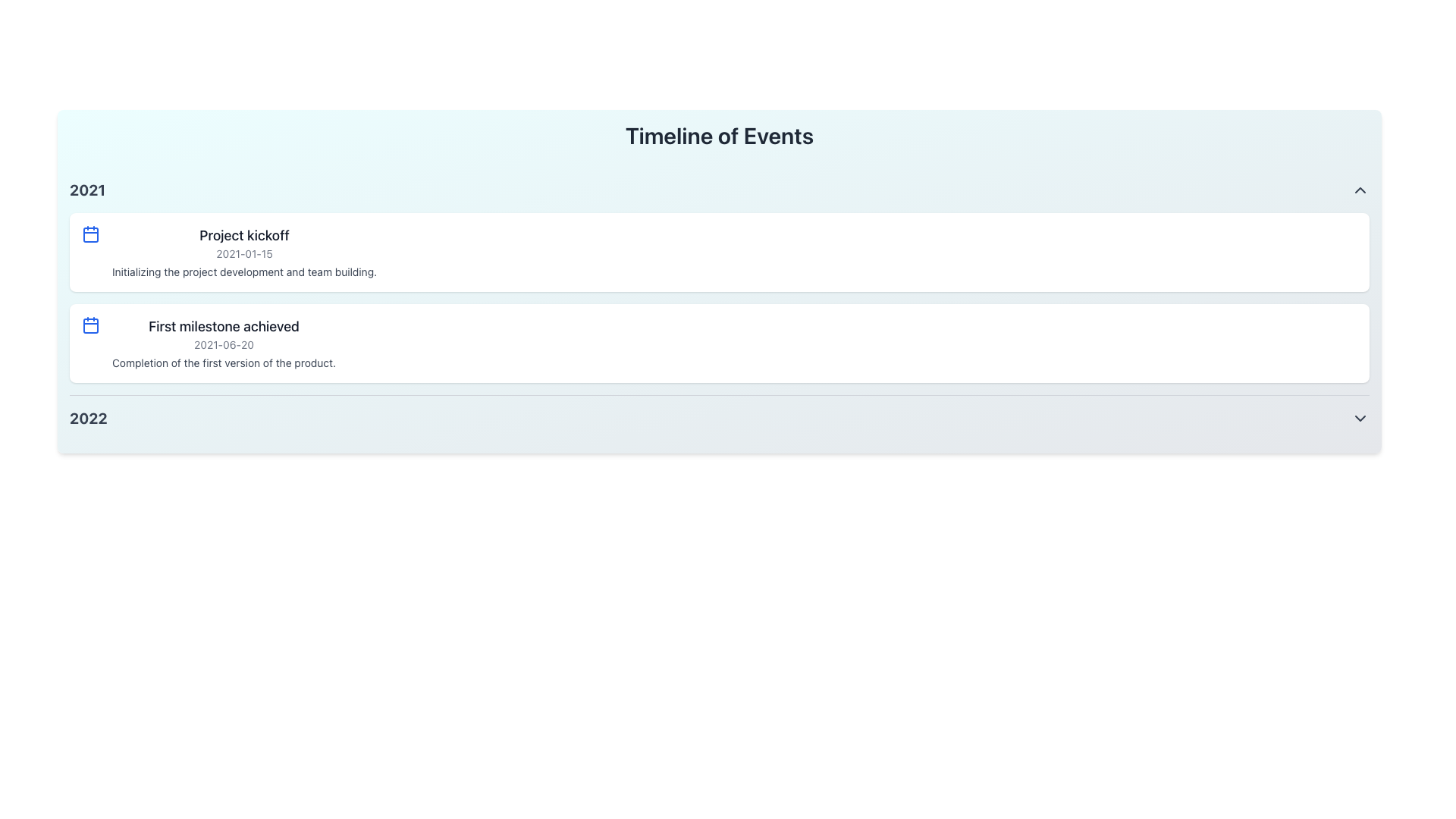 The image size is (1456, 819). Describe the element at coordinates (244, 253) in the screenshot. I see `date displayed in the Text Label that is located below the title 'Project kickoff' and above the description for the first timeline card of 2021` at that location.